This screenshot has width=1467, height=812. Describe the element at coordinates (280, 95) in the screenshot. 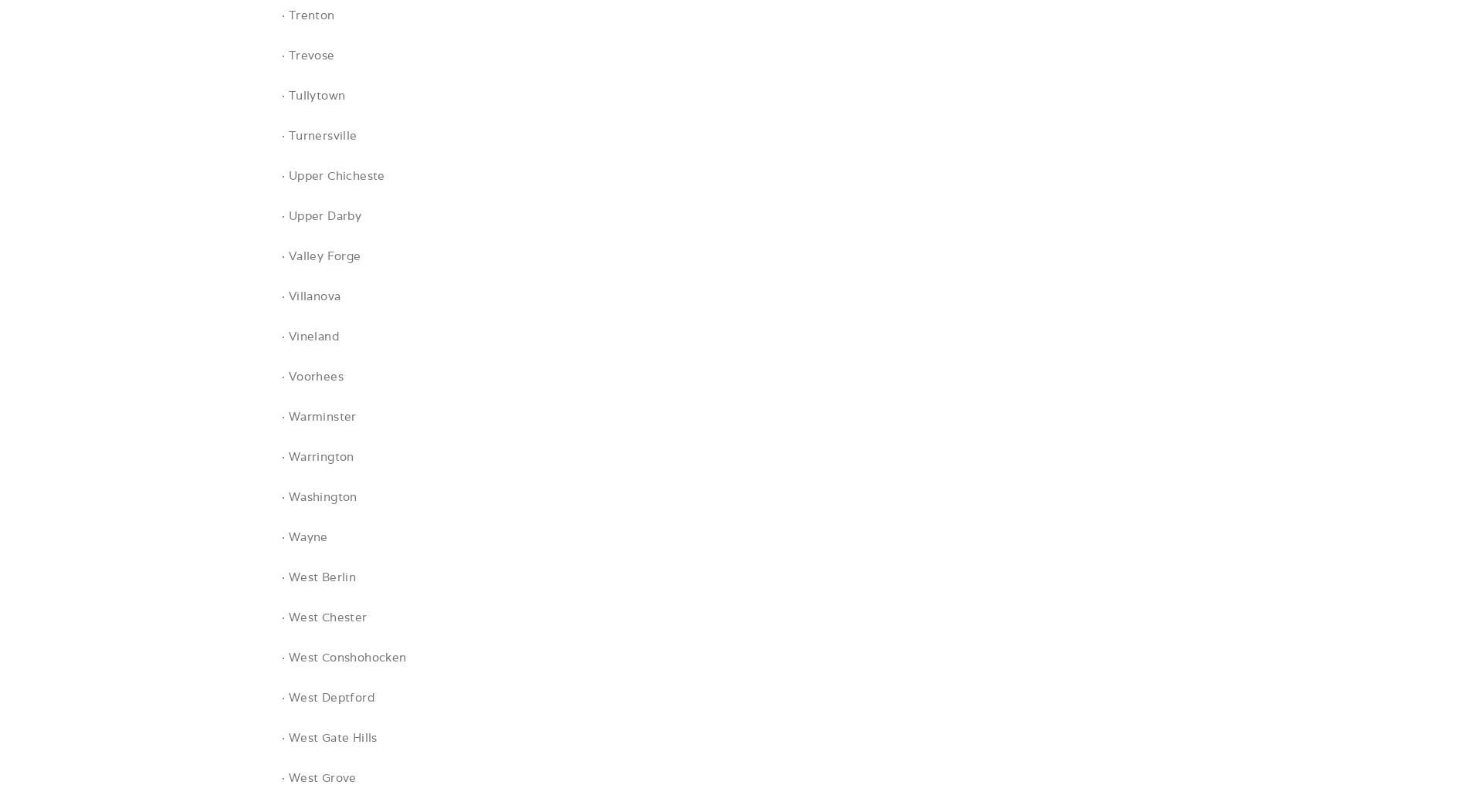

I see `'· Tullytown'` at that location.